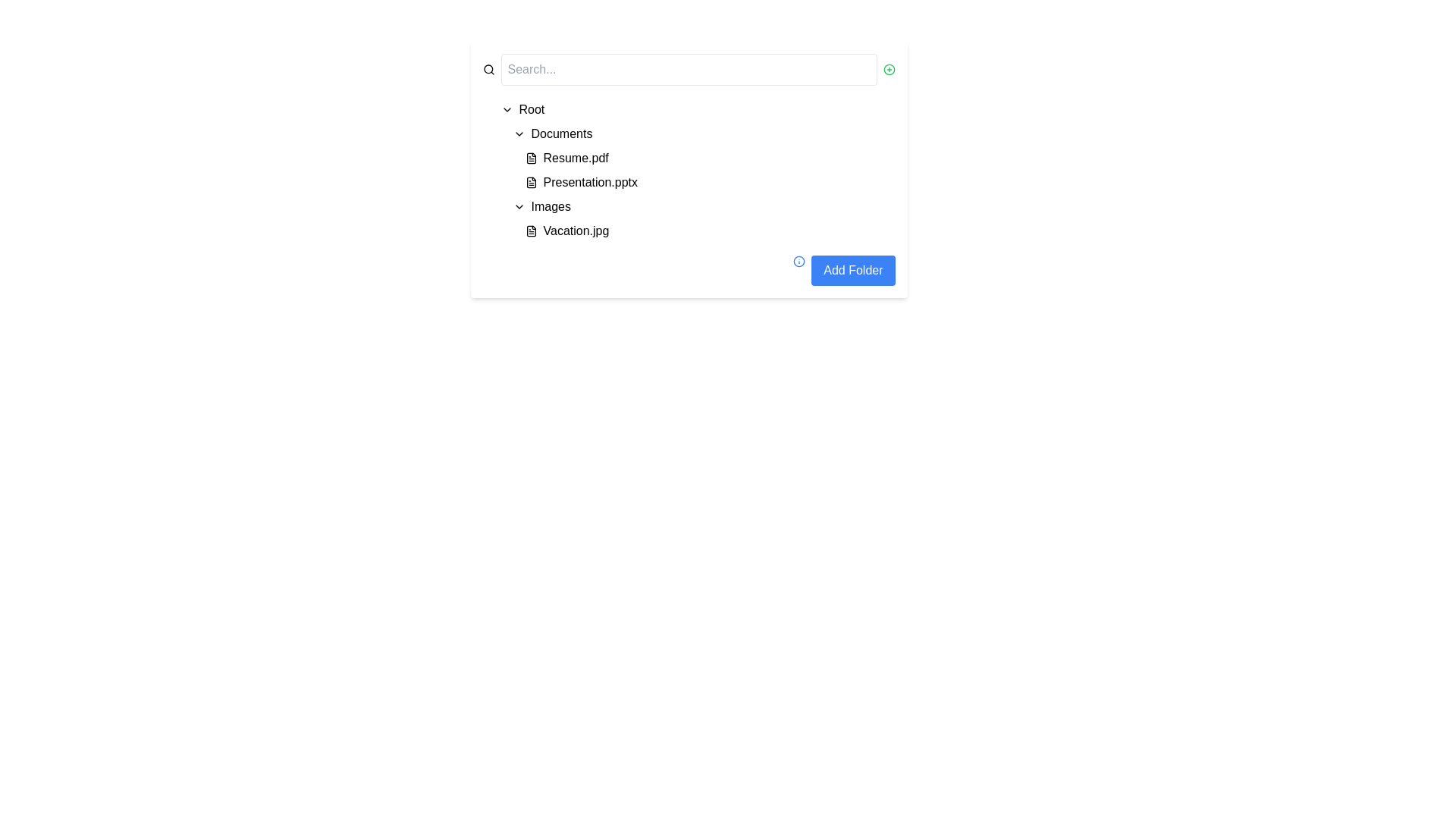 The width and height of the screenshot is (1456, 819). I want to click on the text label displaying the file name 'Presentation.pptx' in the Documents section of the file explorer interface, so click(589, 181).